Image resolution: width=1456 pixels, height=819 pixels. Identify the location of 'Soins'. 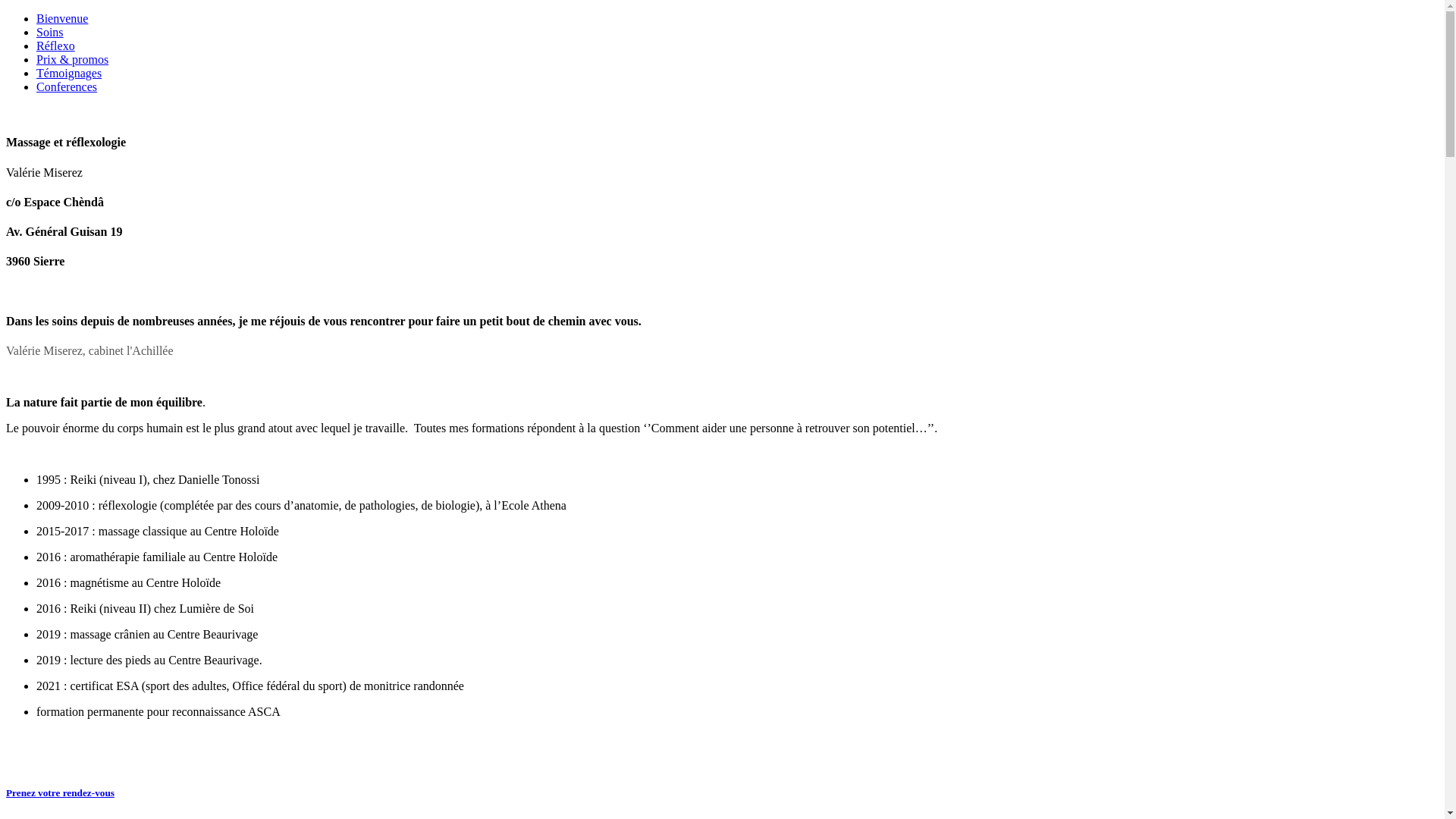
(36, 32).